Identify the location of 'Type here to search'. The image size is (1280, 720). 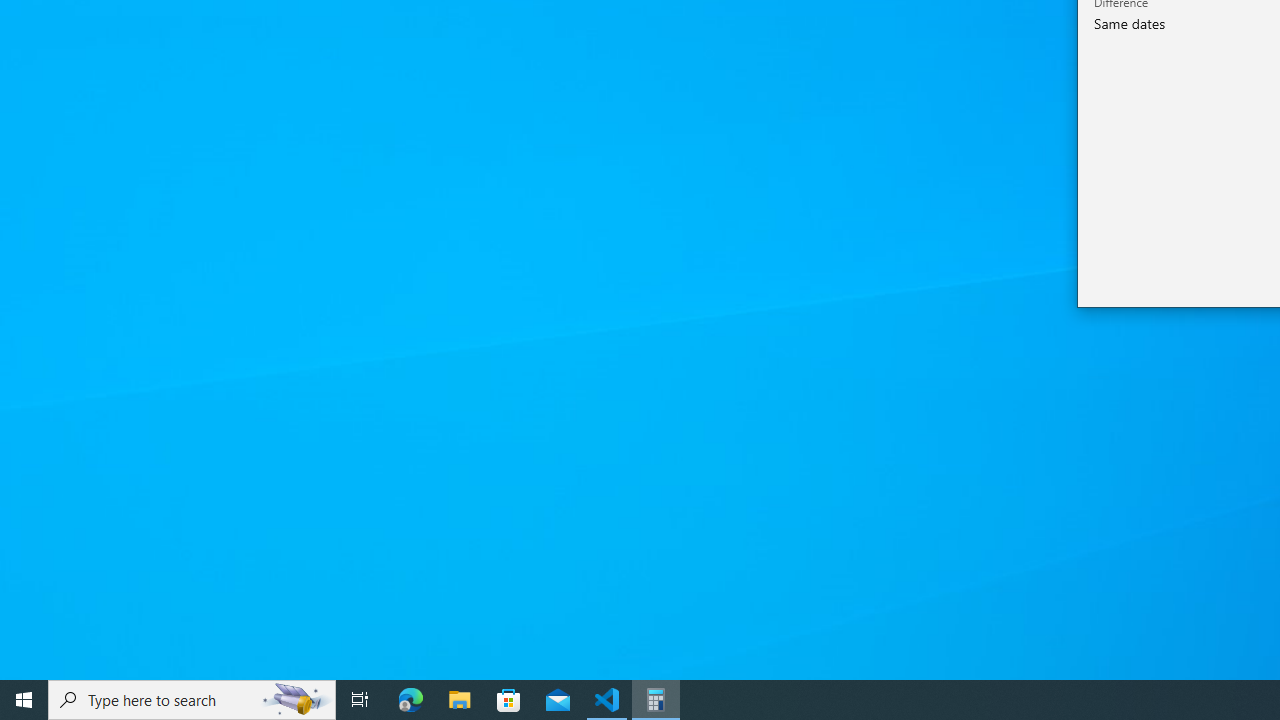
(192, 698).